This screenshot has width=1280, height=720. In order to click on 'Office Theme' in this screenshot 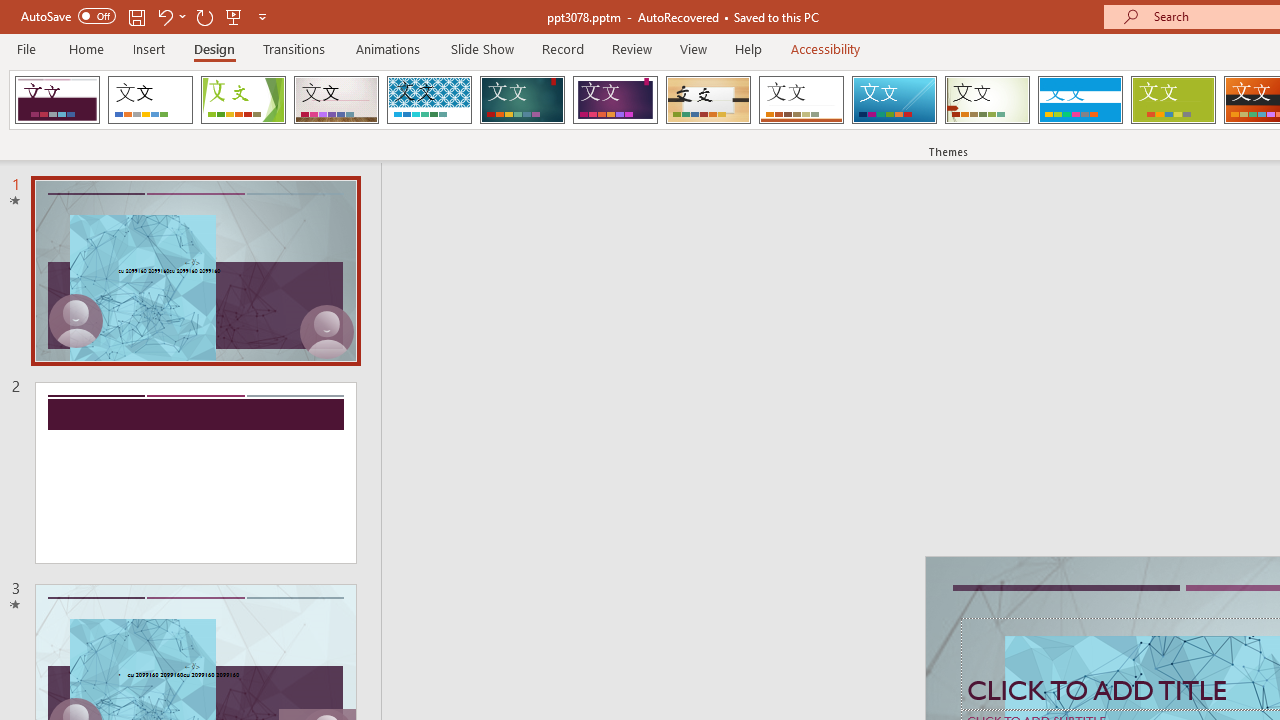, I will do `click(149, 100)`.